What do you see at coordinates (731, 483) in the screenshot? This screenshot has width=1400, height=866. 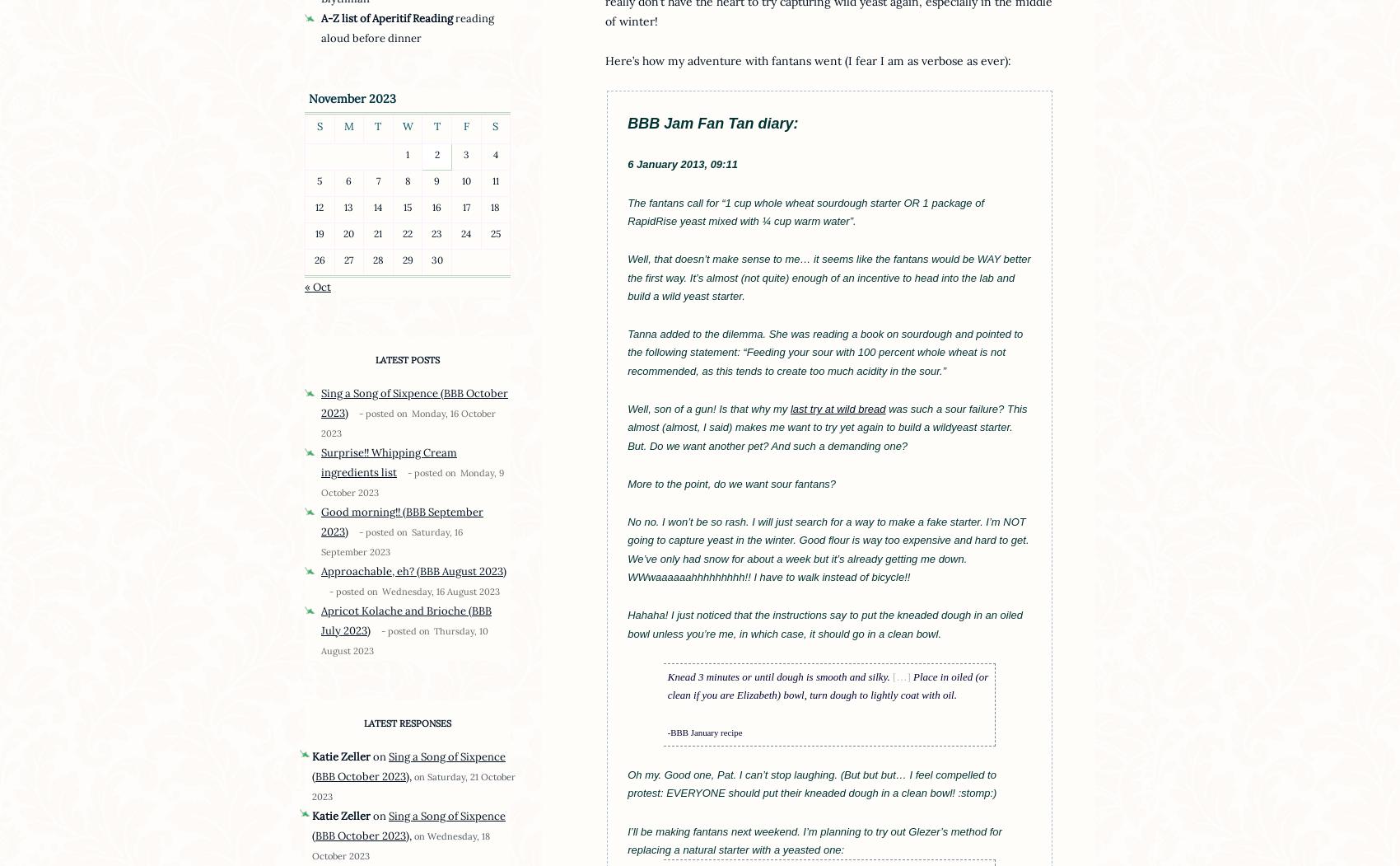 I see `'More to the point, do we want sour fantans?'` at bounding box center [731, 483].